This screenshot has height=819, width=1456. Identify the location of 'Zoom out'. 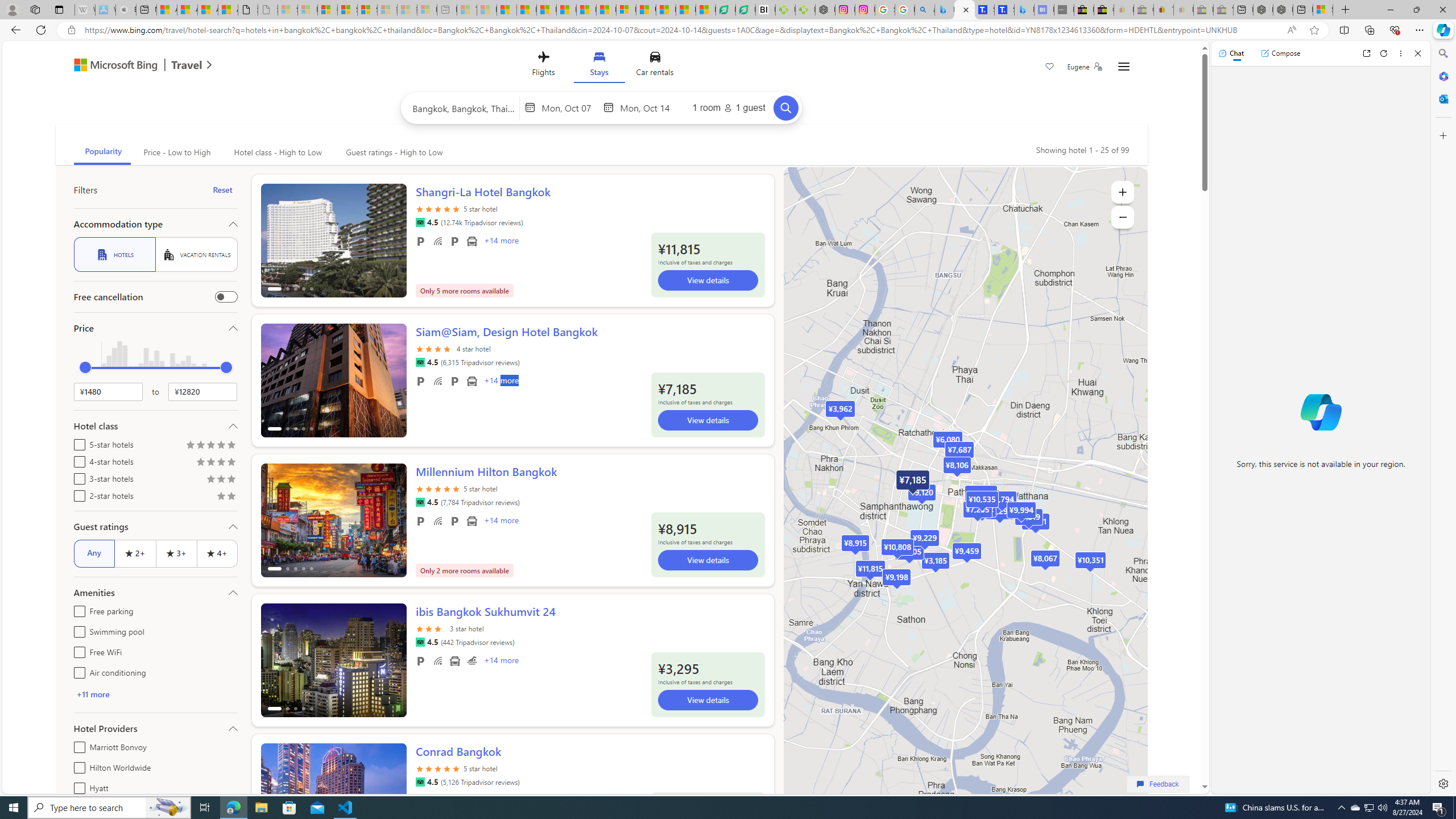
(1122, 216).